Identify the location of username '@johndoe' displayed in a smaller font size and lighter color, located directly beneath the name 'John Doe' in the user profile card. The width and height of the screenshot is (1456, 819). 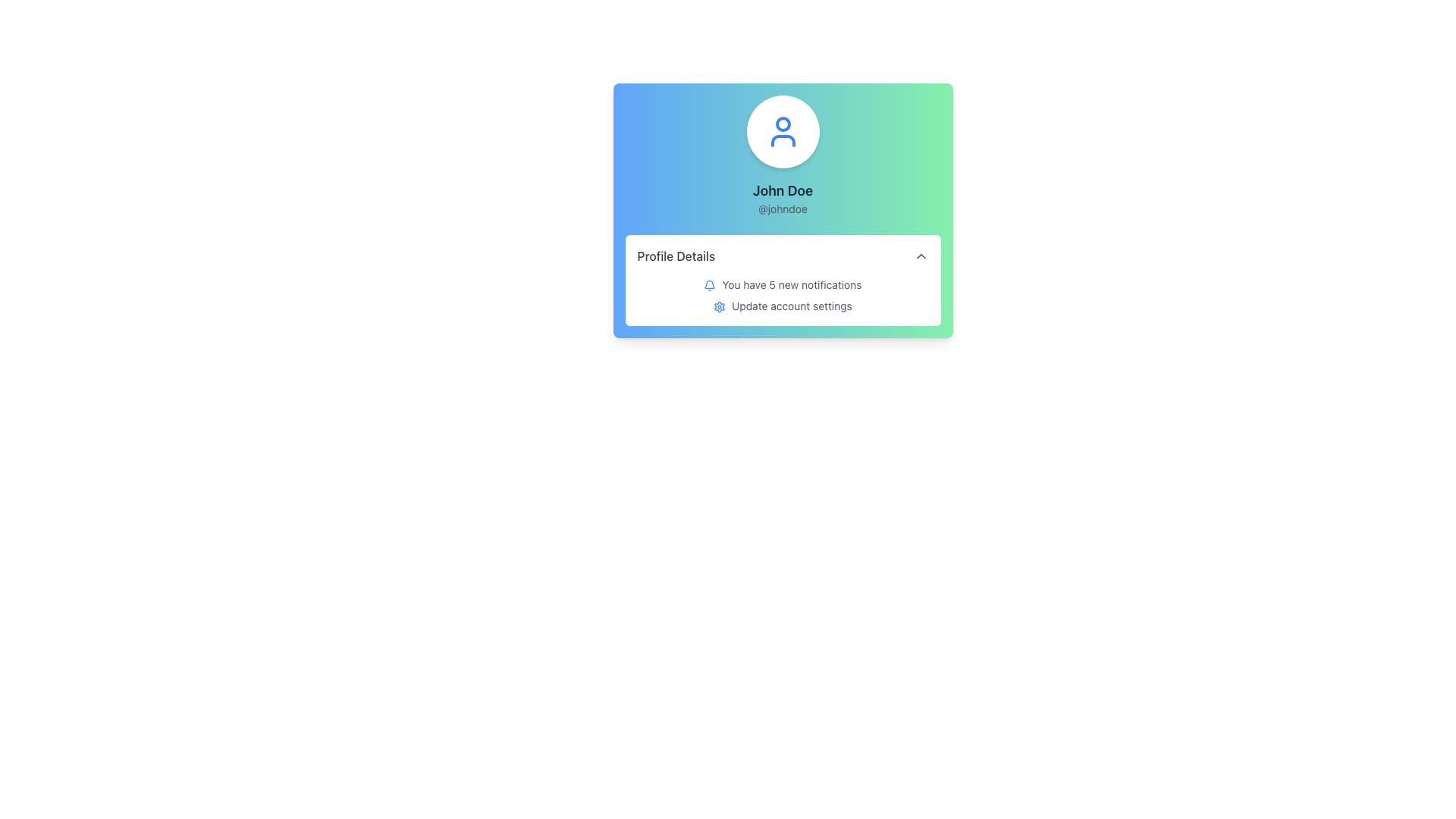
(783, 209).